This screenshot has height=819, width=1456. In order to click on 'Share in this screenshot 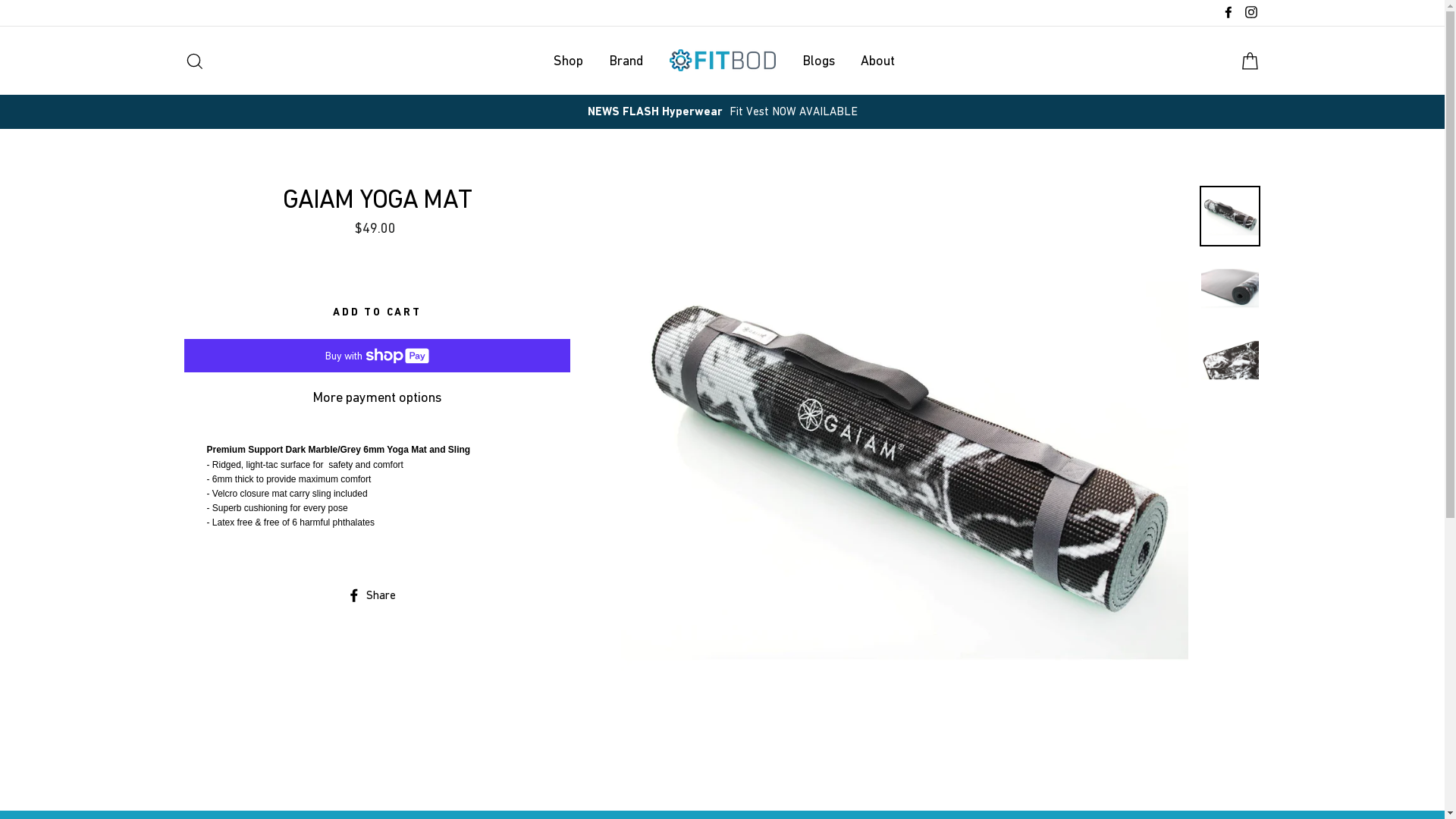, I will do `click(377, 593)`.